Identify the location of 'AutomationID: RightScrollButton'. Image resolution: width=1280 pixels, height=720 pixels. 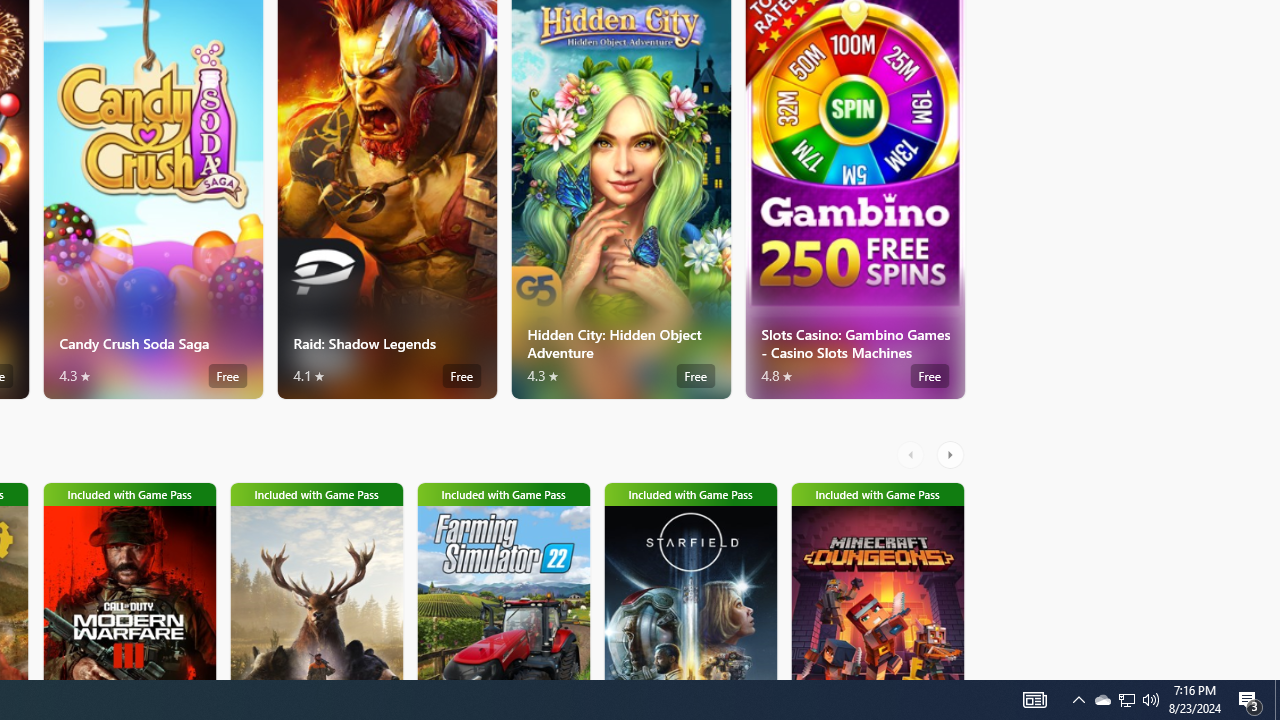
(951, 455).